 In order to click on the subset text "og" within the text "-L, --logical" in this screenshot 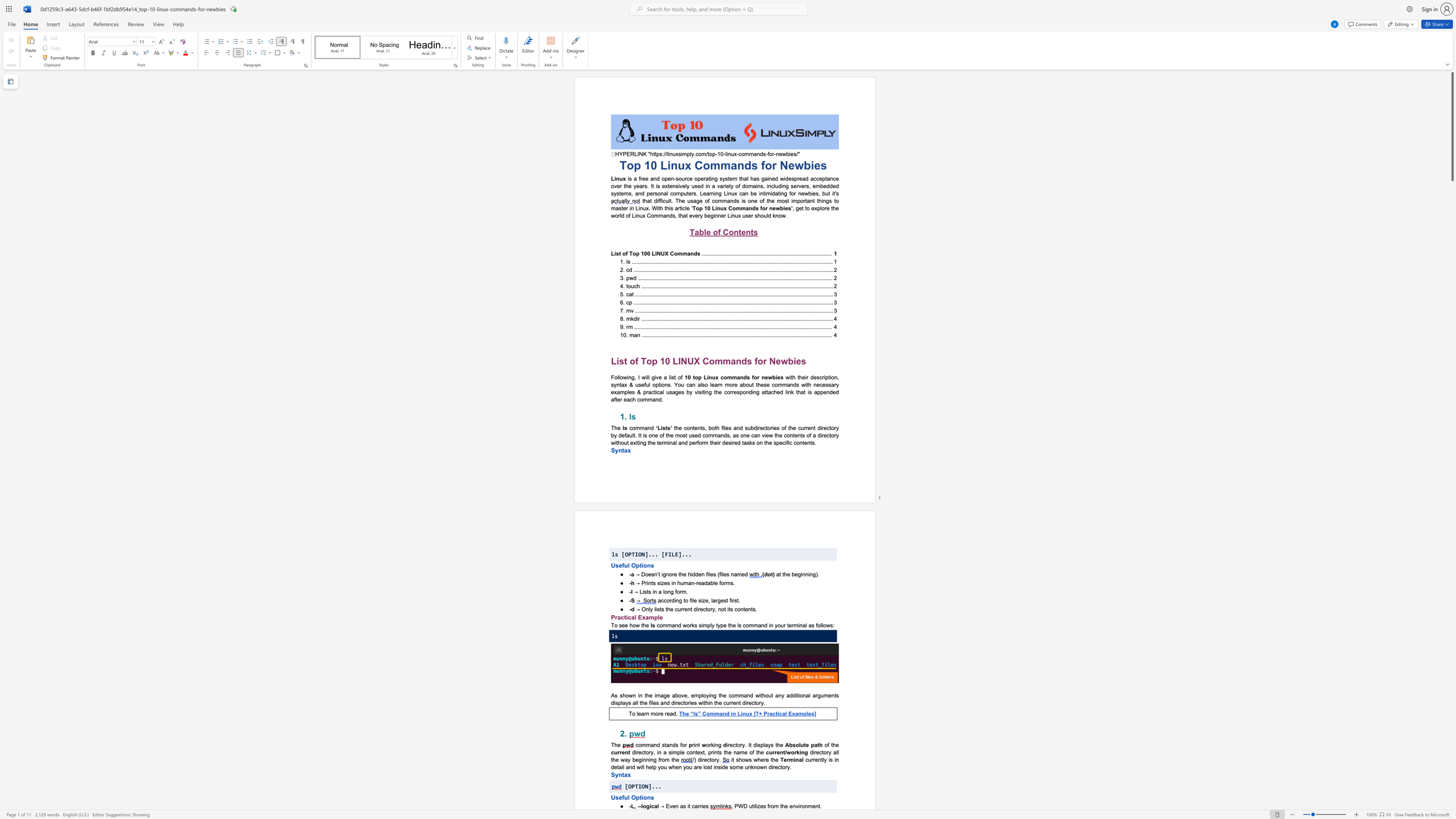, I will do `click(642, 806)`.